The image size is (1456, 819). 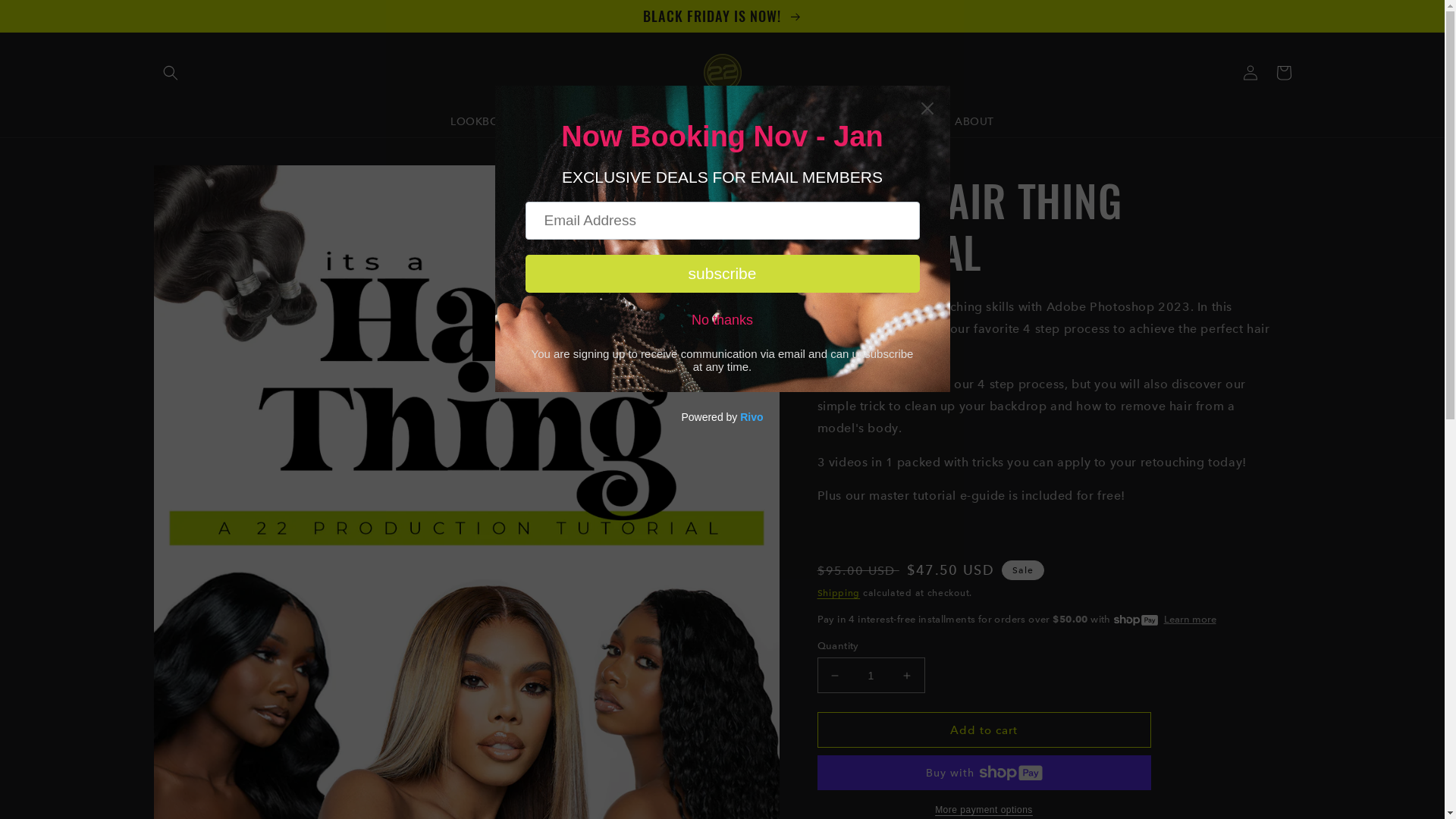 What do you see at coordinates (482, 120) in the screenshot?
I see `'LOOKBOOK'` at bounding box center [482, 120].